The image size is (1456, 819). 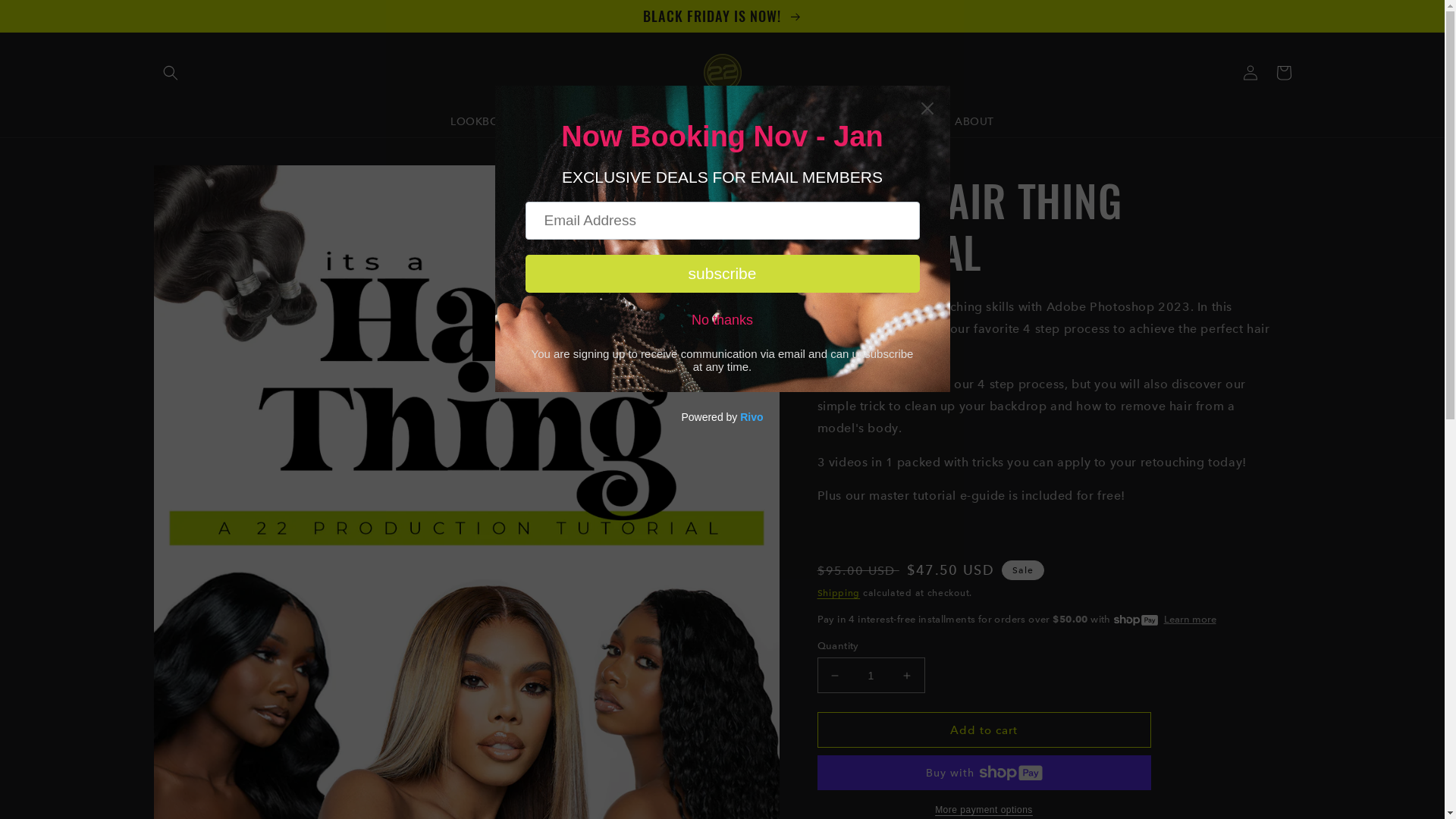 What do you see at coordinates (482, 120) in the screenshot?
I see `'LOOKBOOK'` at bounding box center [482, 120].